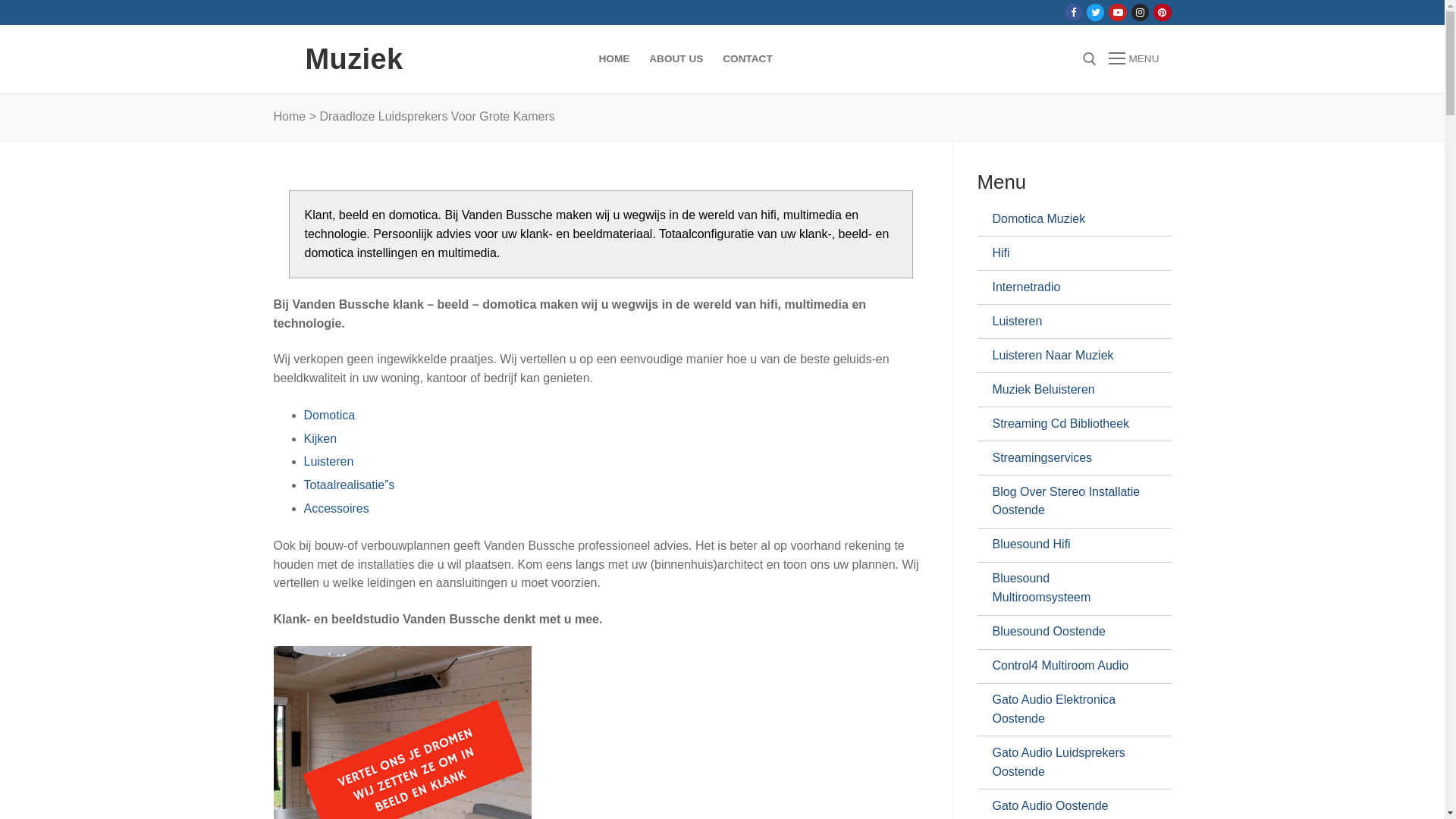  What do you see at coordinates (747, 58) in the screenshot?
I see `'CONTACT'` at bounding box center [747, 58].